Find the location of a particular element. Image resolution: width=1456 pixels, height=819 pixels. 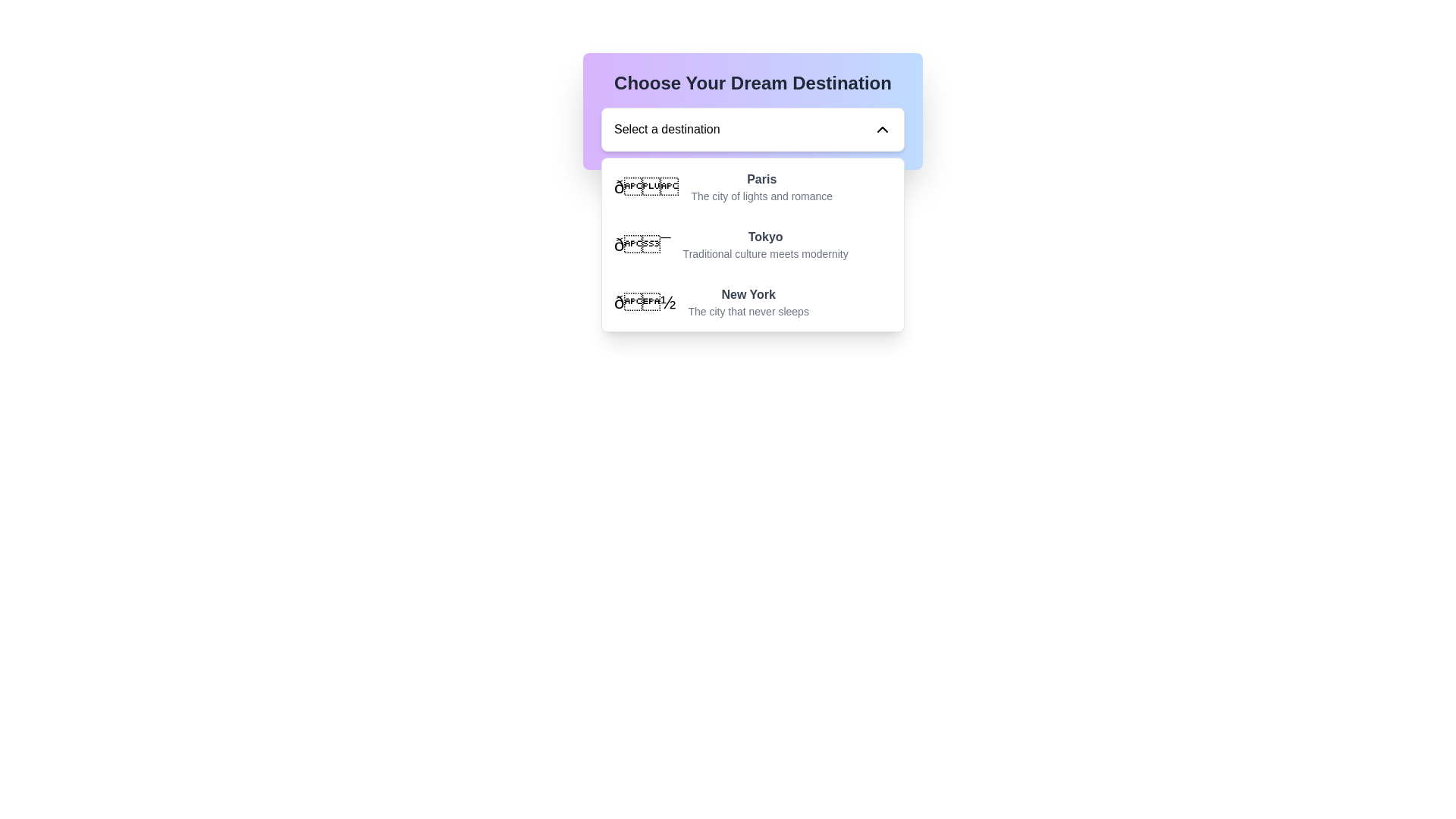

the Dropdown menu located directly below the title 'Choose Your Dream Destination' is located at coordinates (753, 128).